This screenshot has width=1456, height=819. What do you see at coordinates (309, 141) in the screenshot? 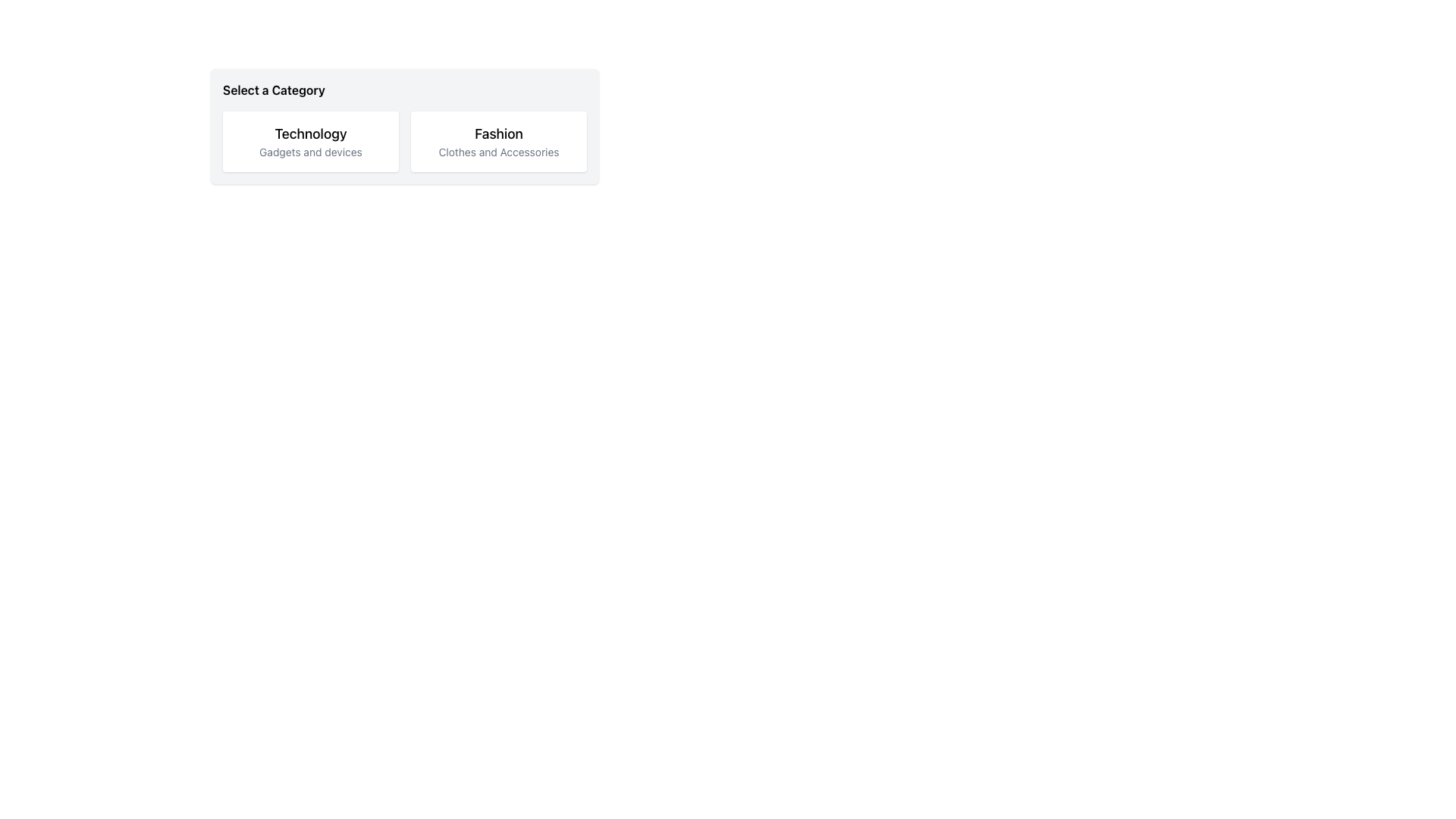
I see `the first selectable category card labeled 'Technology' in the top-left quadrant of the grid` at bounding box center [309, 141].